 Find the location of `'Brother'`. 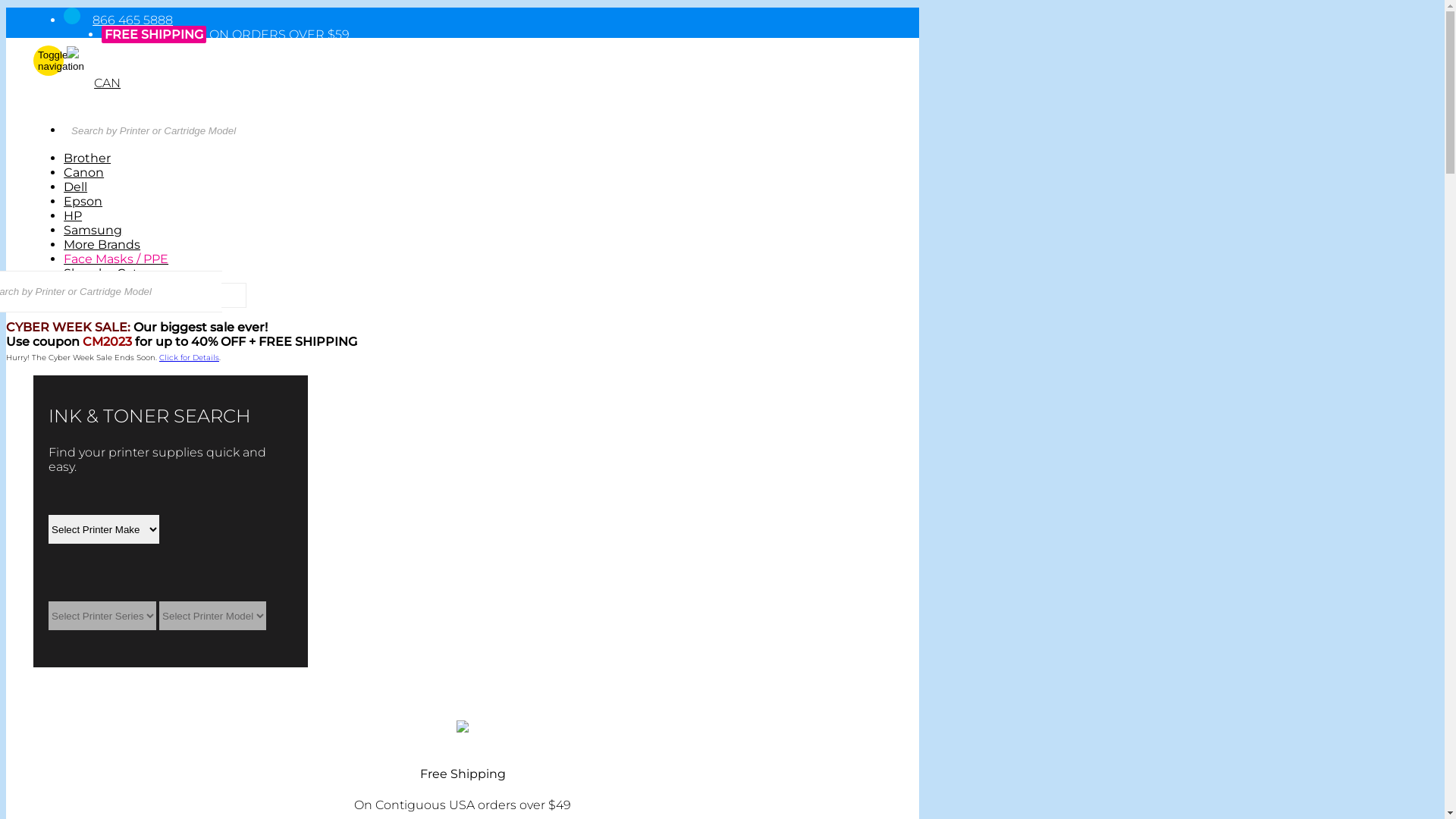

'Brother' is located at coordinates (86, 158).